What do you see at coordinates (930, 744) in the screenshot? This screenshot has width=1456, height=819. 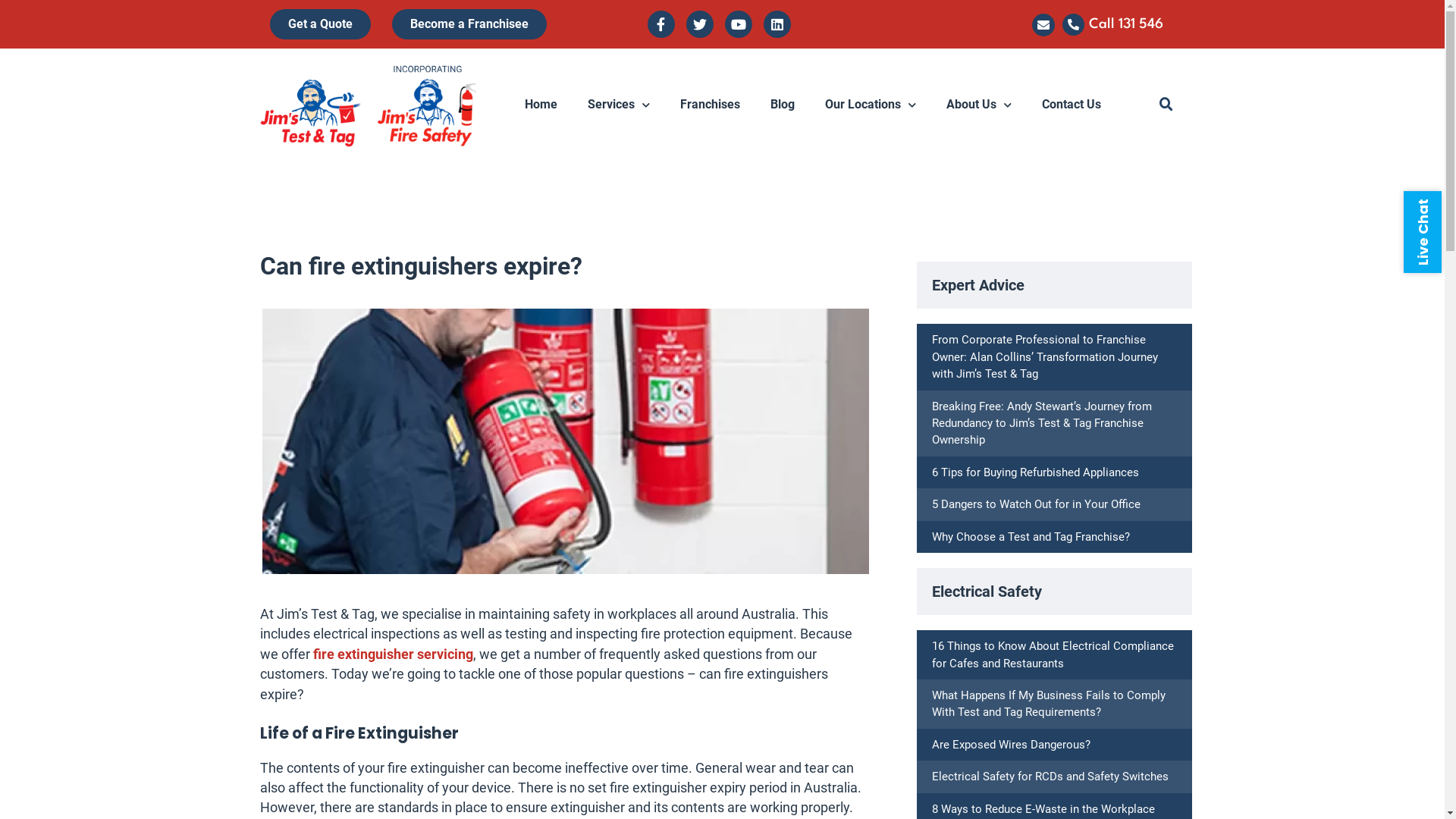 I see `'Are Exposed Wires Dangerous?'` at bounding box center [930, 744].